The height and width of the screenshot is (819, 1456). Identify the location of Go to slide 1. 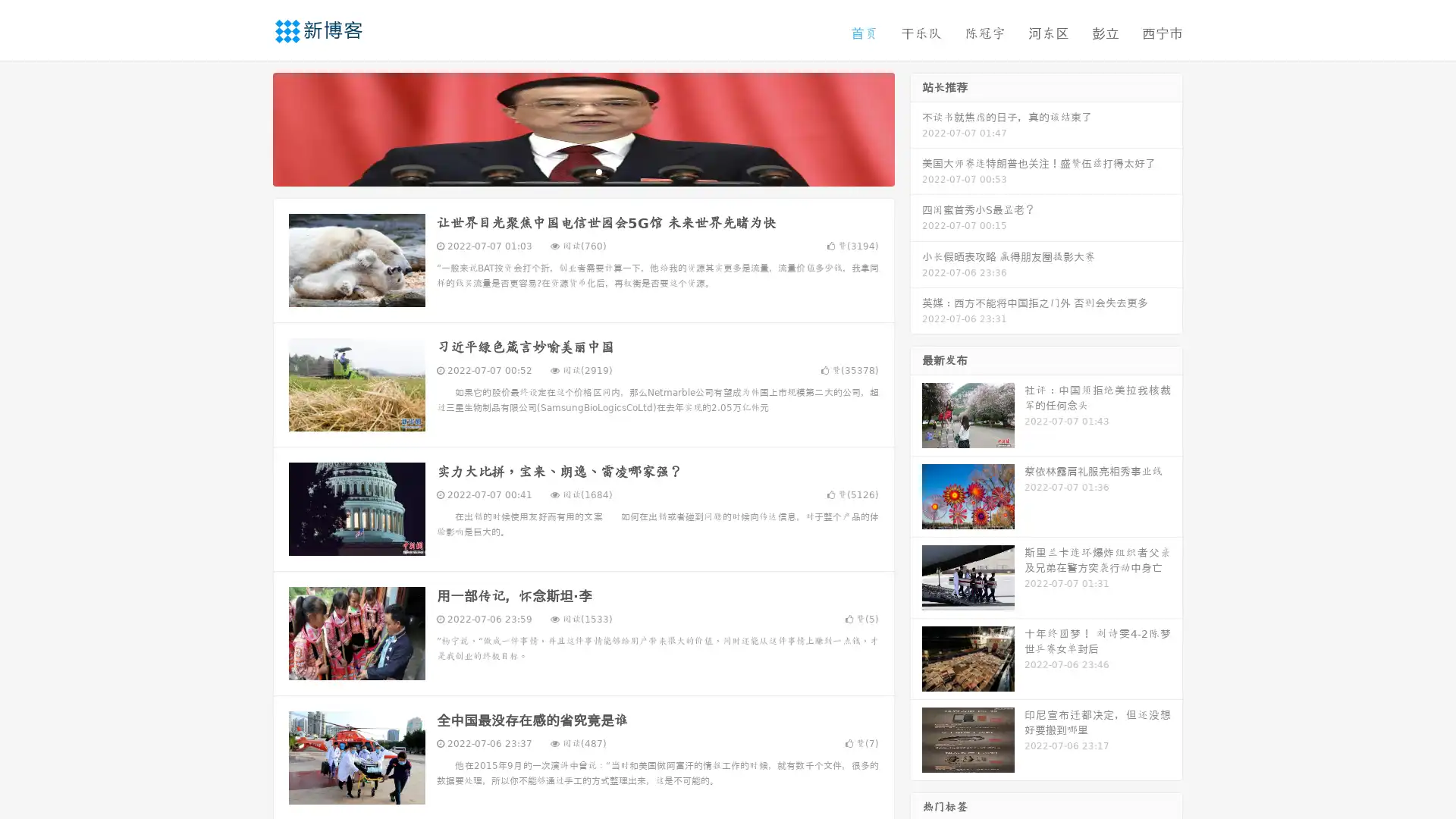
(567, 171).